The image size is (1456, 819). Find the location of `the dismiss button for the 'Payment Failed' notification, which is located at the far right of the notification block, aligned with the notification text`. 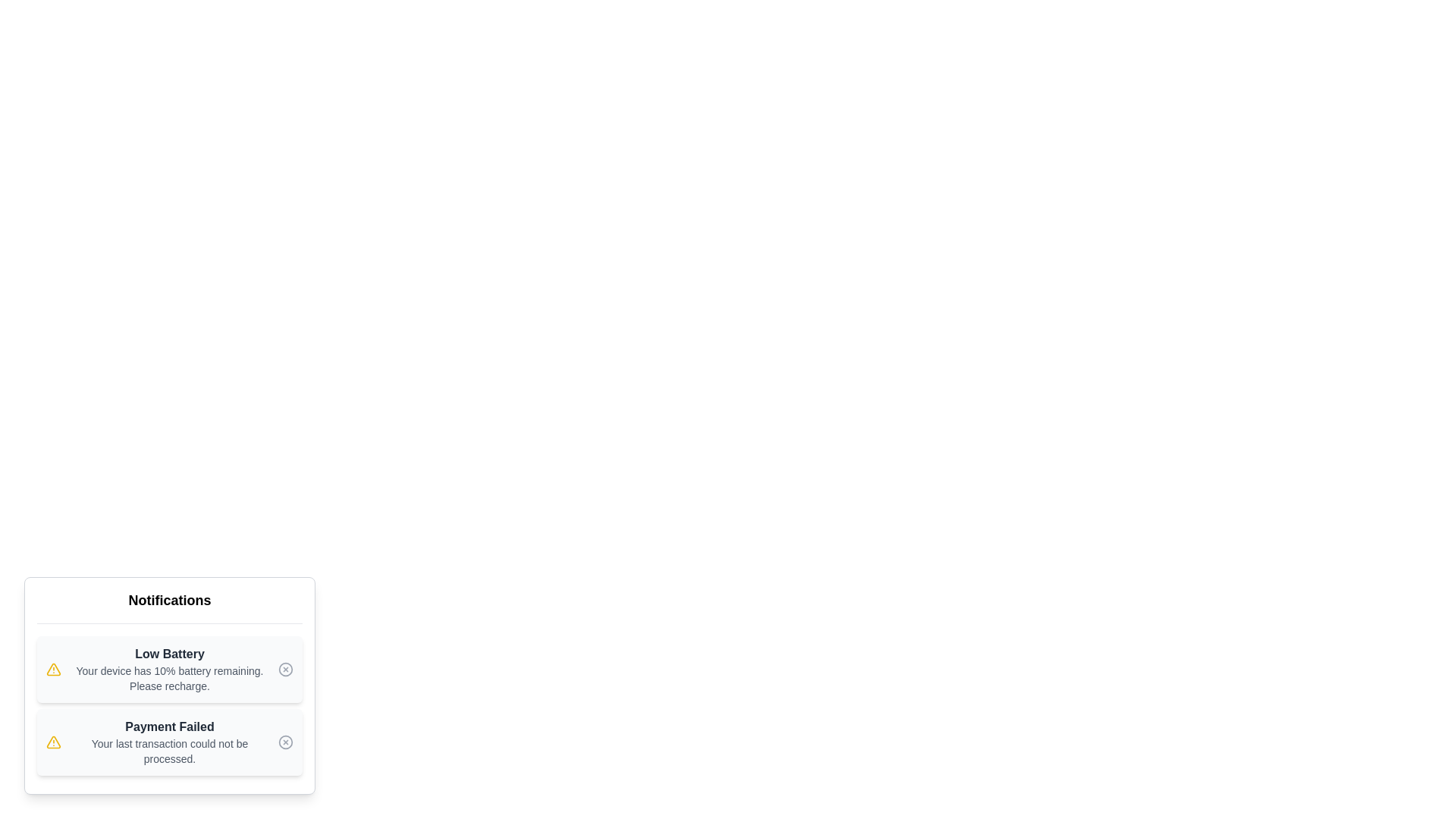

the dismiss button for the 'Payment Failed' notification, which is located at the far right of the notification block, aligned with the notification text is located at coordinates (286, 742).